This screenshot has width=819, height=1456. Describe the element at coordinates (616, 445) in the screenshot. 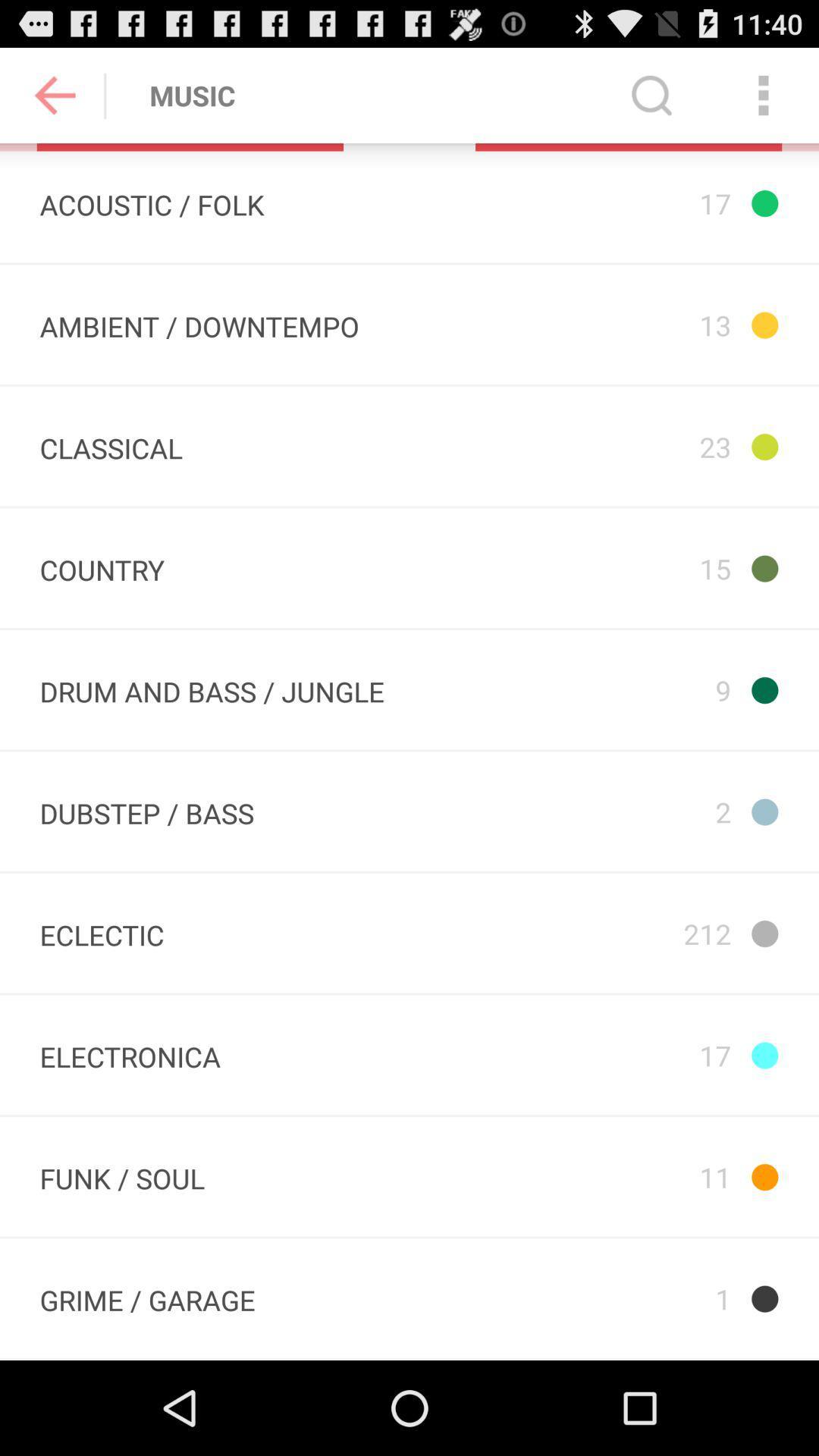

I see `item below the 13 app` at that location.